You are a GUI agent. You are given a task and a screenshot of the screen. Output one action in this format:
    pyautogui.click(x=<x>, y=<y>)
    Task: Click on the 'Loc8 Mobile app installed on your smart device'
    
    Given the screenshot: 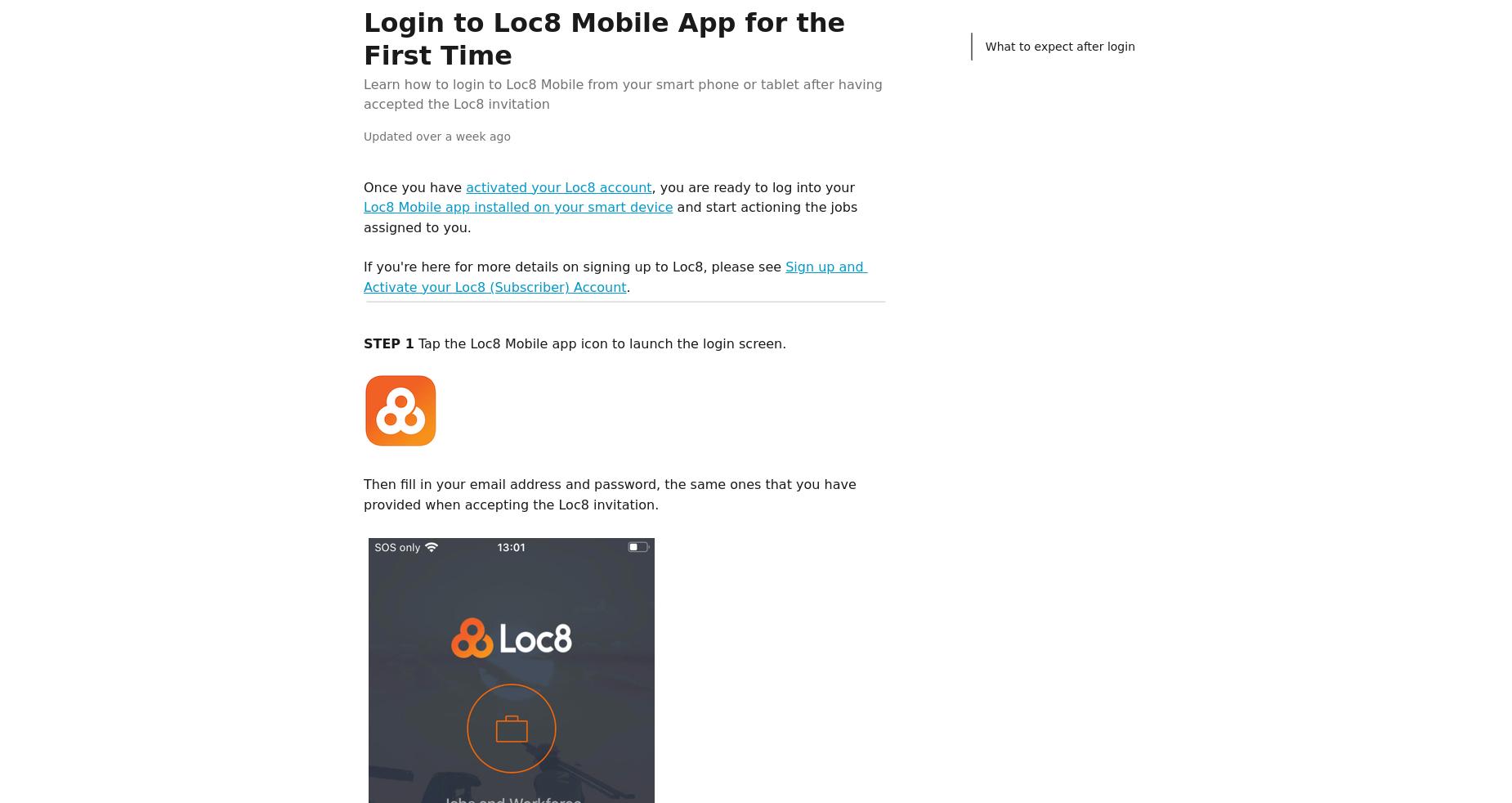 What is the action you would take?
    pyautogui.click(x=362, y=207)
    